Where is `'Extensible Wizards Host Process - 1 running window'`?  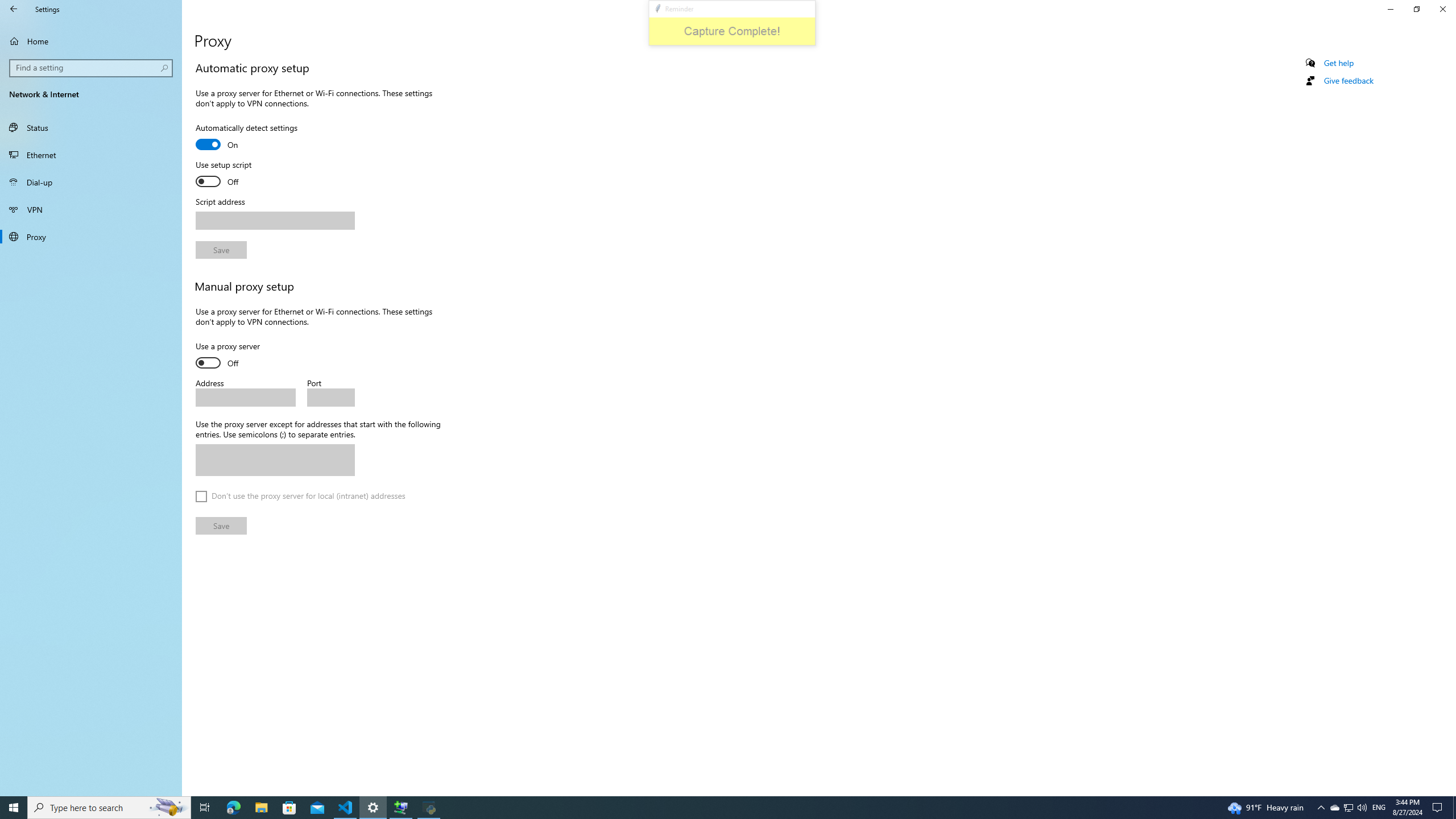
'Extensible Wizards Host Process - 1 running window' is located at coordinates (401, 806).